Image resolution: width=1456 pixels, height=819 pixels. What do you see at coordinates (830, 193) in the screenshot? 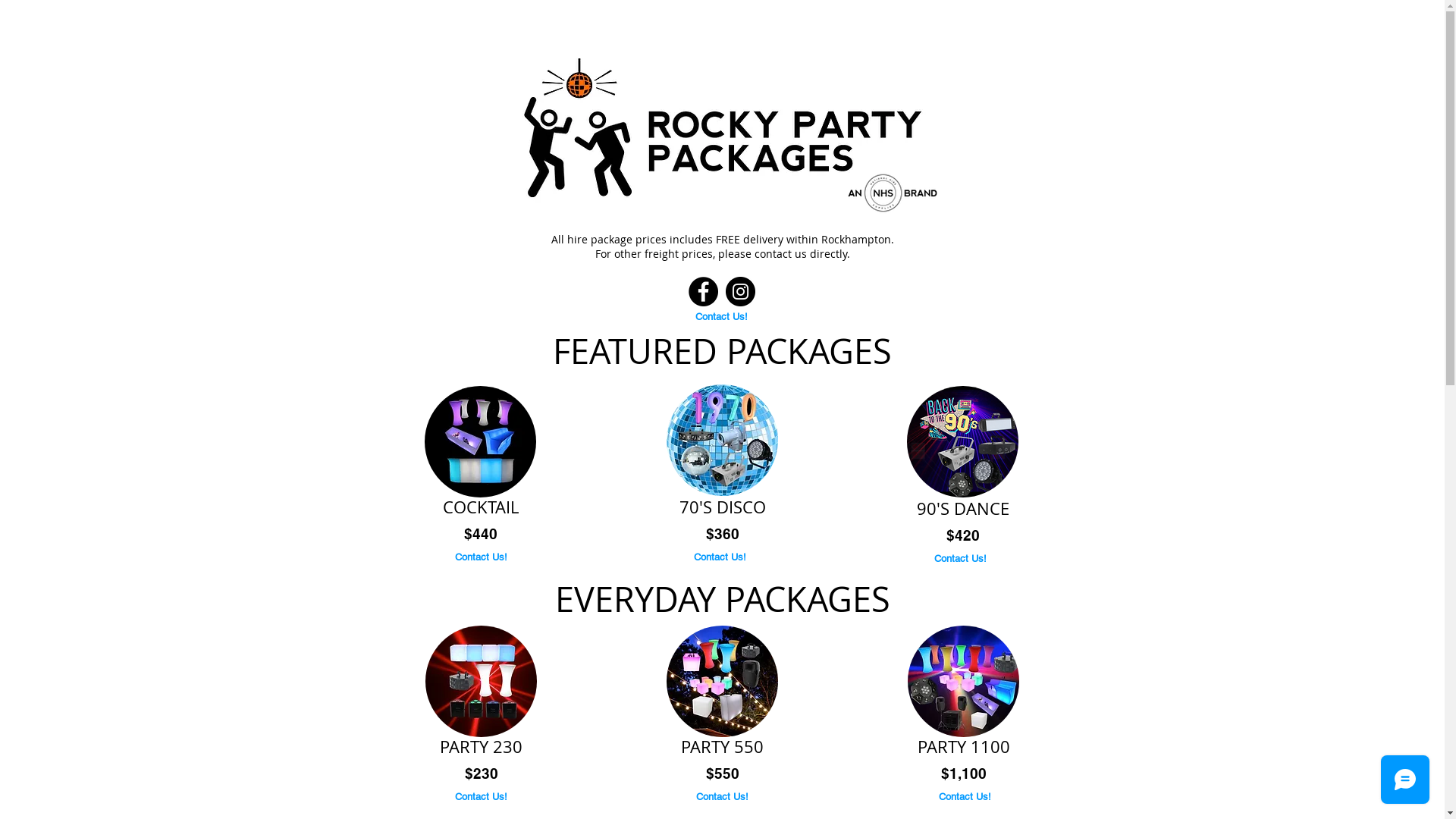
I see `'AN NHS BRAND .png'` at bounding box center [830, 193].